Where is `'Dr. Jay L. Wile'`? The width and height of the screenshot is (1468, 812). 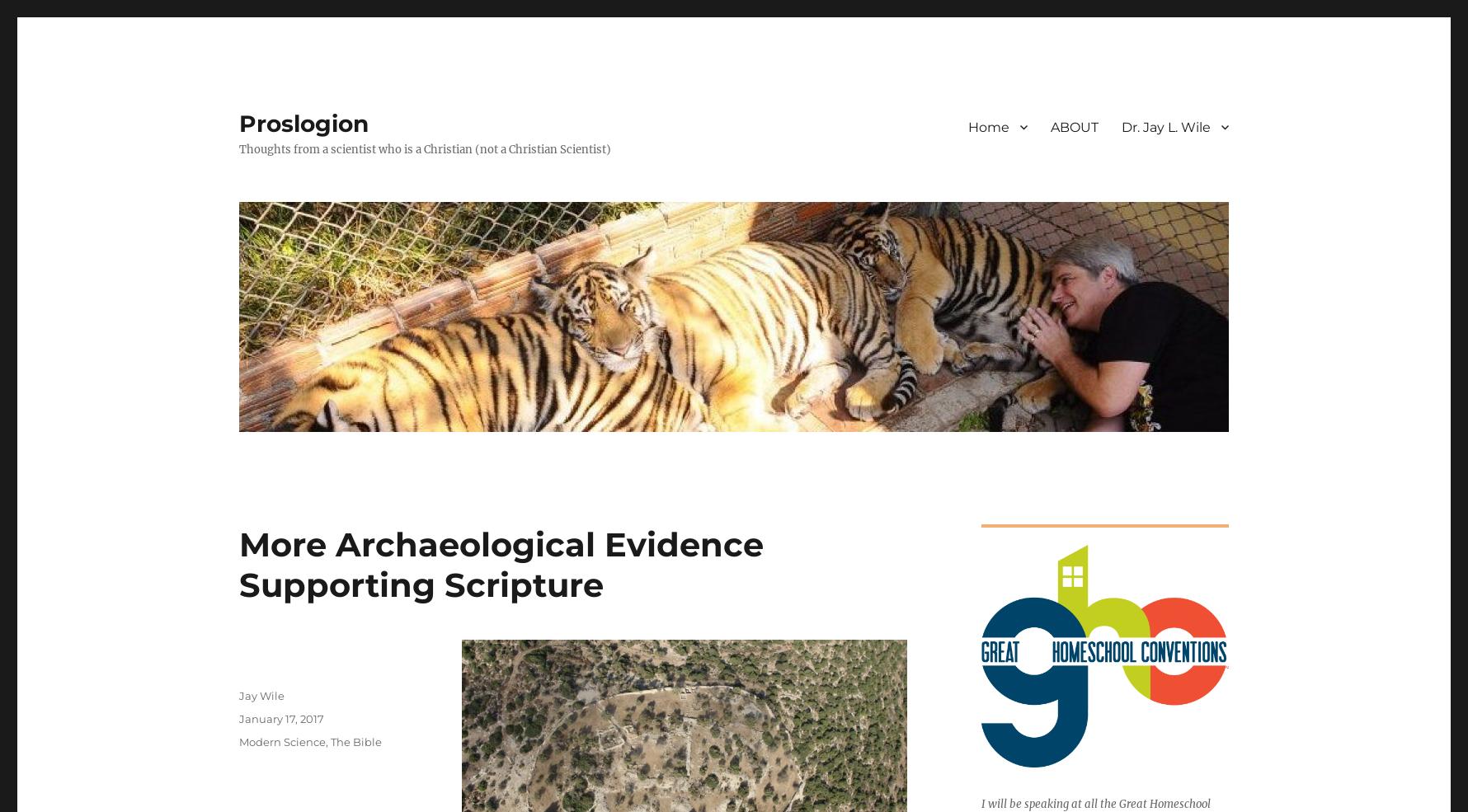 'Dr. Jay L. Wile' is located at coordinates (1165, 126).